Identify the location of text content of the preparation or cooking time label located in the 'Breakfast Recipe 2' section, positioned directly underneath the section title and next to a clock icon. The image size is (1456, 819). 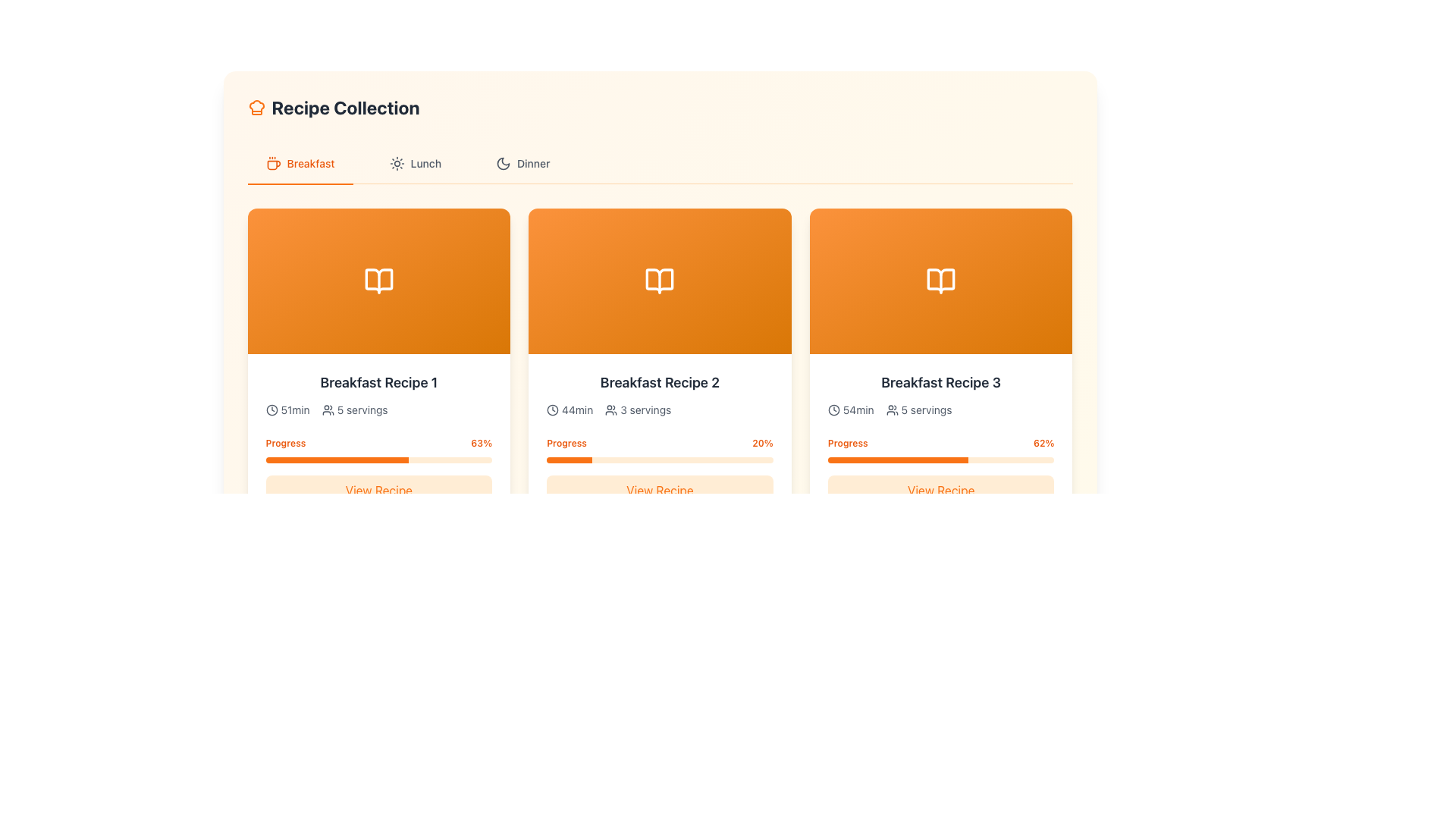
(576, 409).